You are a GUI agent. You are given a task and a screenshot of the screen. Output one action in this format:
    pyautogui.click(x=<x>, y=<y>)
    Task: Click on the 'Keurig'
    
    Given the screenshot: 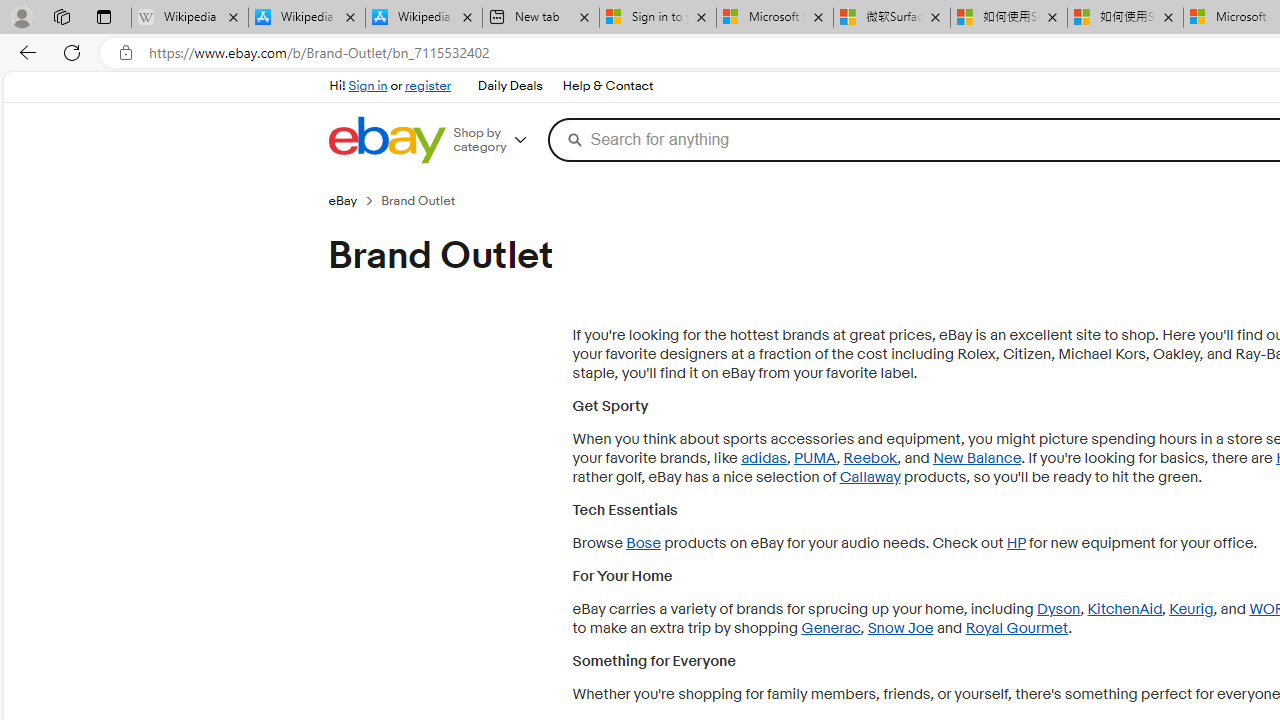 What is the action you would take?
    pyautogui.click(x=1191, y=608)
    